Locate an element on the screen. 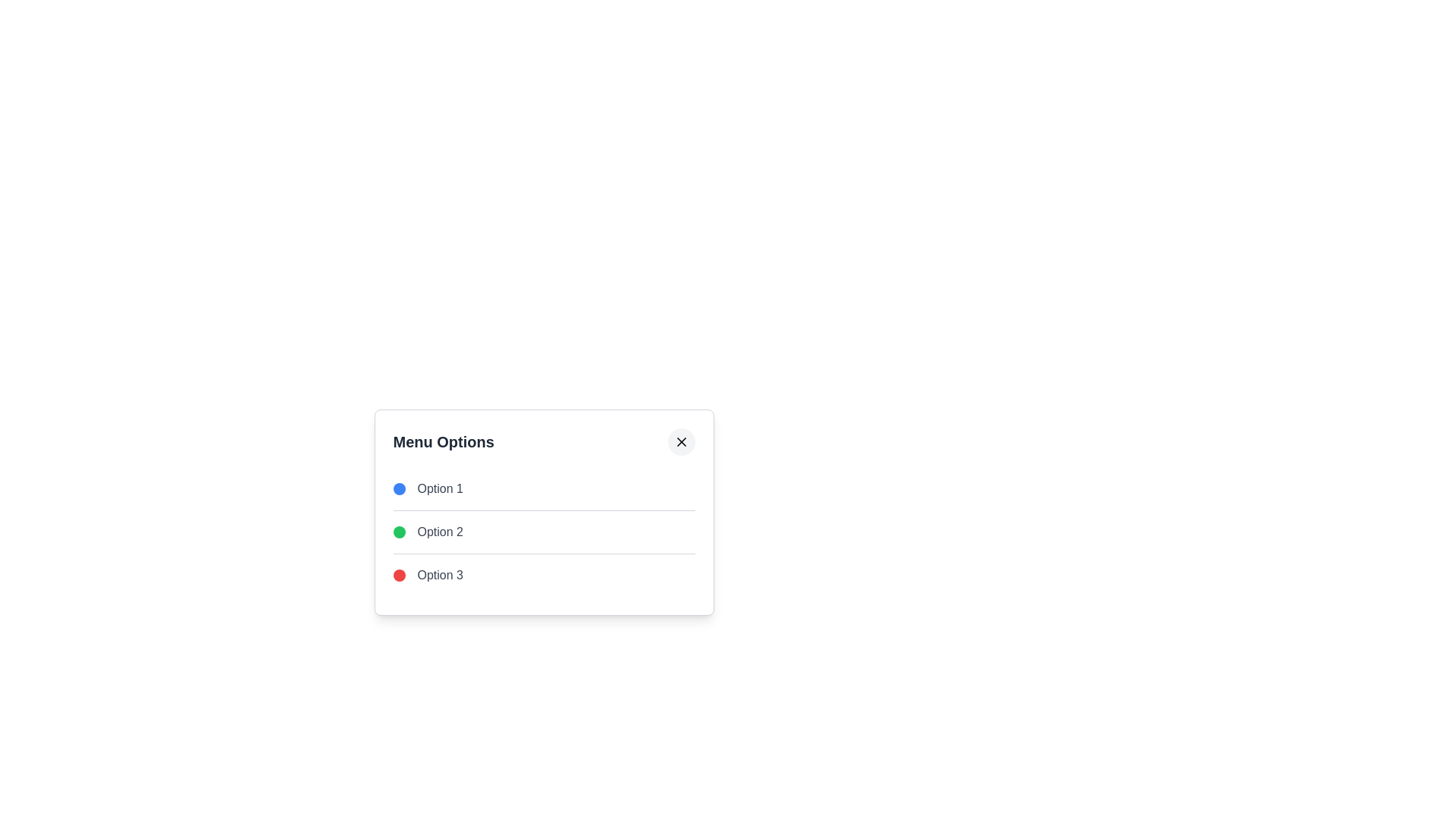  the small circular icon with a red background, which is aligned to the left of the text 'Option 3' in the vertical list of options is located at coordinates (399, 576).